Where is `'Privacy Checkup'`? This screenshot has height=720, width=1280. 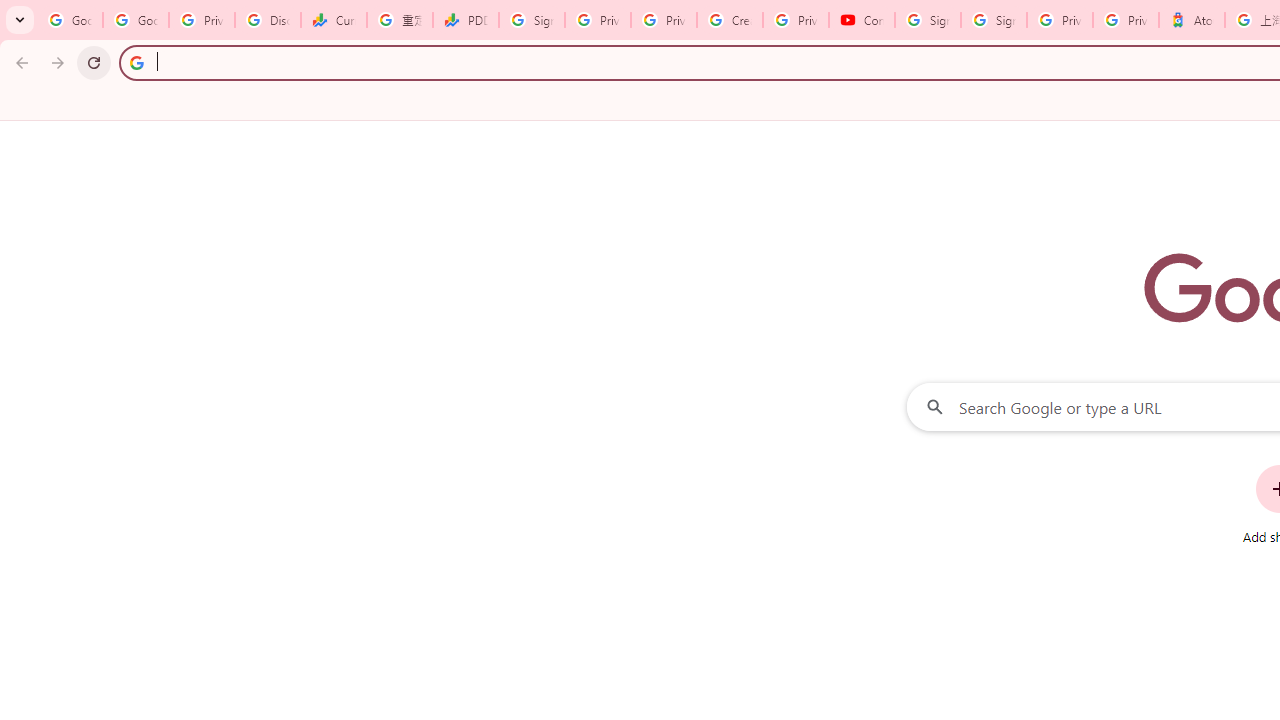
'Privacy Checkup' is located at coordinates (664, 20).